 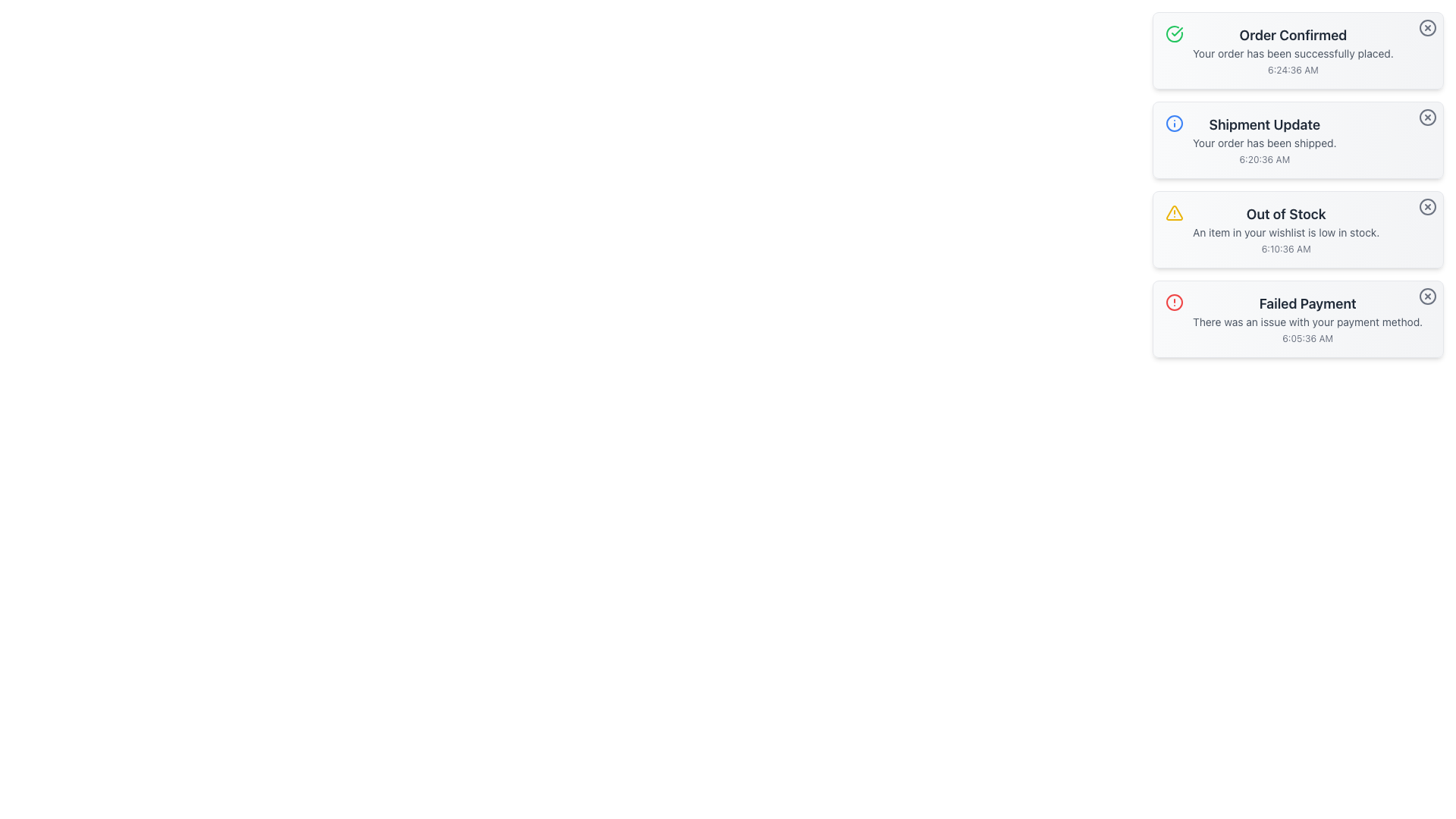 I want to click on the 'Failed Payment' textual notification component, which is the fourth alert in the list of notifications on the right-hand side of the interface, so click(x=1306, y=318).